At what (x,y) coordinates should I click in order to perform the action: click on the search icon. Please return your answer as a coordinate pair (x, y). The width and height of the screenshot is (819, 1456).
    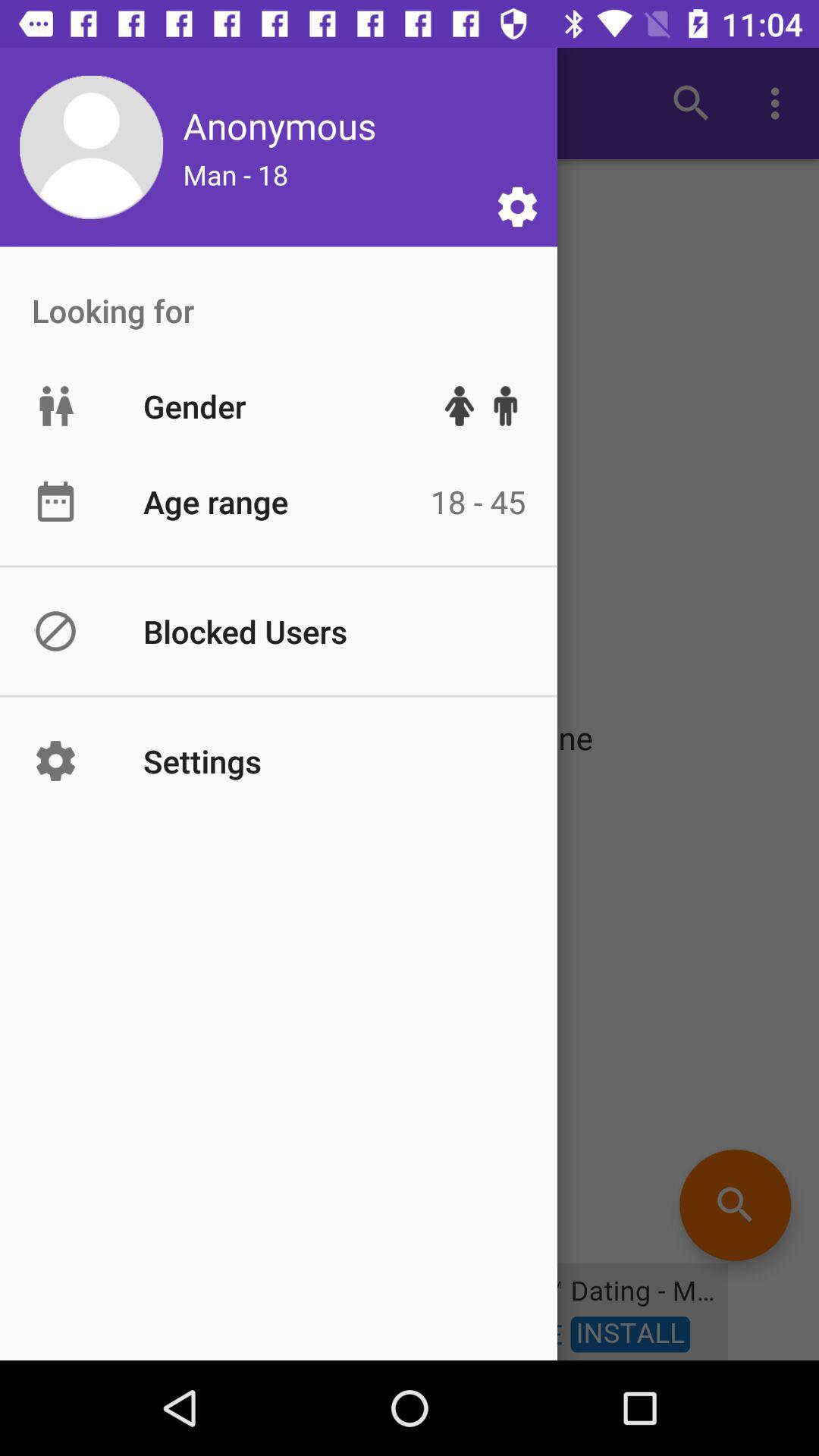
    Looking at the image, I should click on (734, 1204).